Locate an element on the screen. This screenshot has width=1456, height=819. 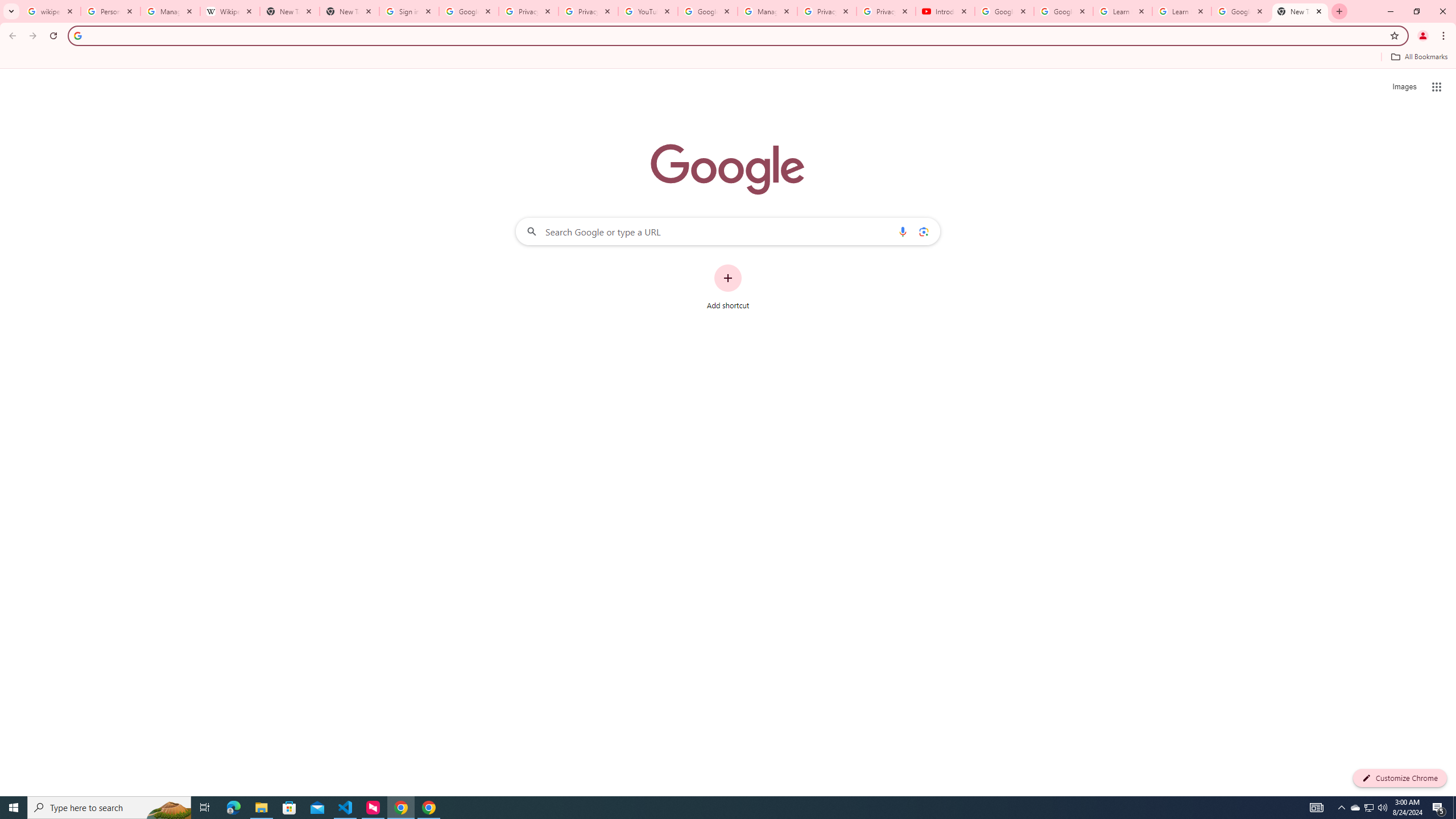
'Sign in - Google Accounts' is located at coordinates (408, 11).